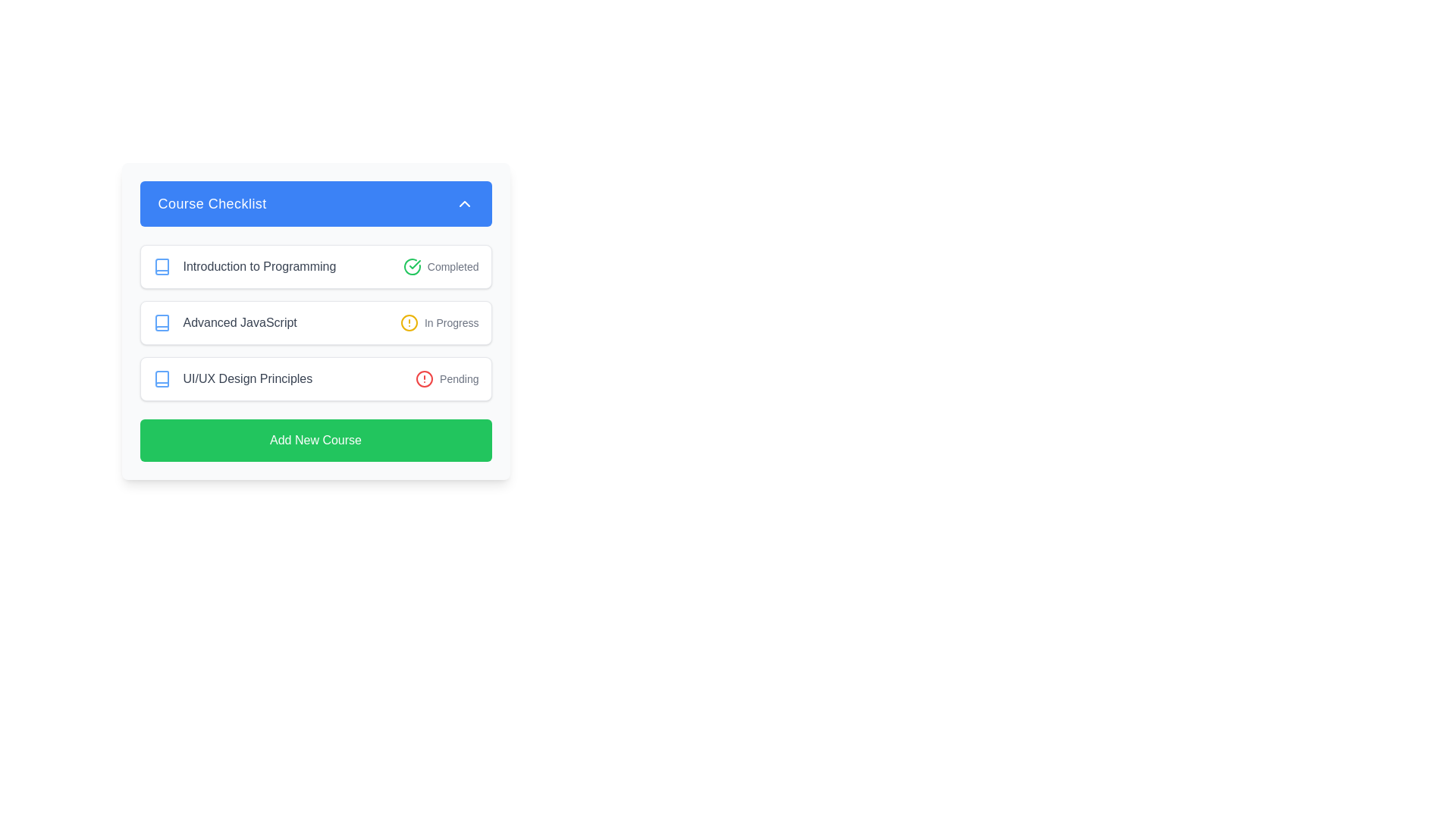 The height and width of the screenshot is (819, 1456). Describe the element at coordinates (162, 378) in the screenshot. I see `the book icon representing the course 'UI/UX Design Principles' located` at that location.